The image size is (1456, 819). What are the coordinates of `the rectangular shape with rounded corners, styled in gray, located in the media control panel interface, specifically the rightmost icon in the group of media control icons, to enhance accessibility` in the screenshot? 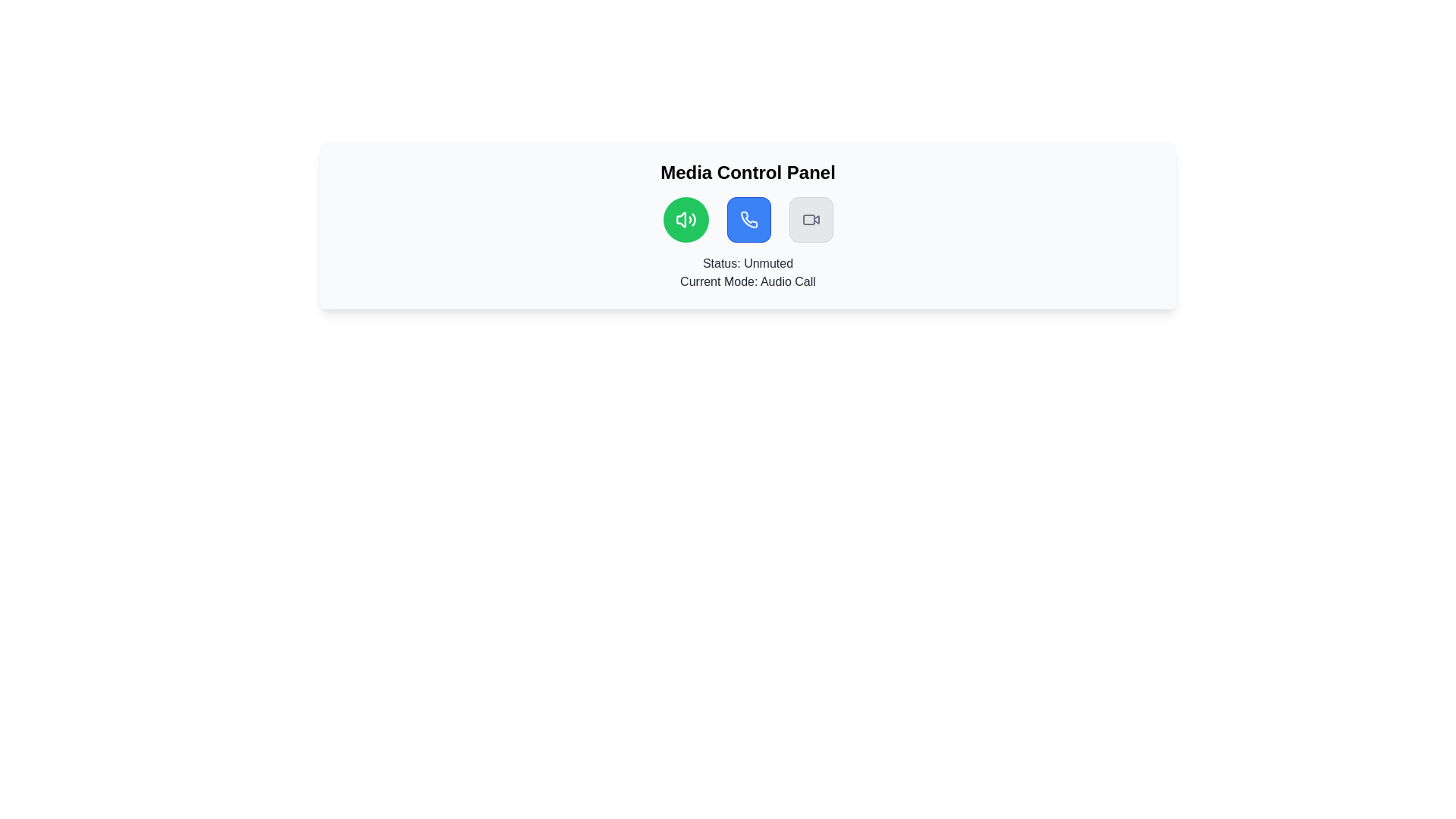 It's located at (808, 219).